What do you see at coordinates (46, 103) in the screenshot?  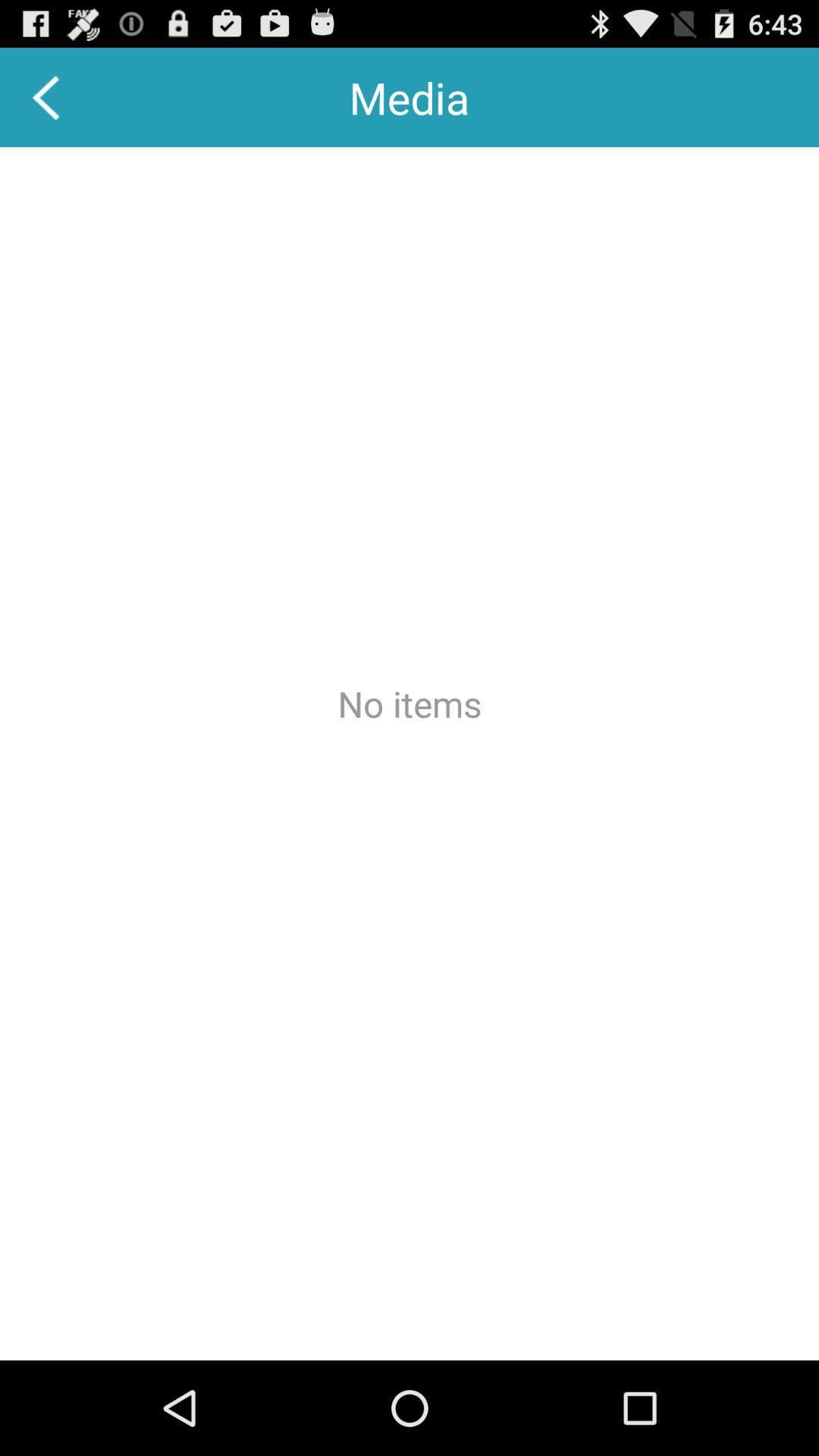 I see `the arrow_backward icon` at bounding box center [46, 103].